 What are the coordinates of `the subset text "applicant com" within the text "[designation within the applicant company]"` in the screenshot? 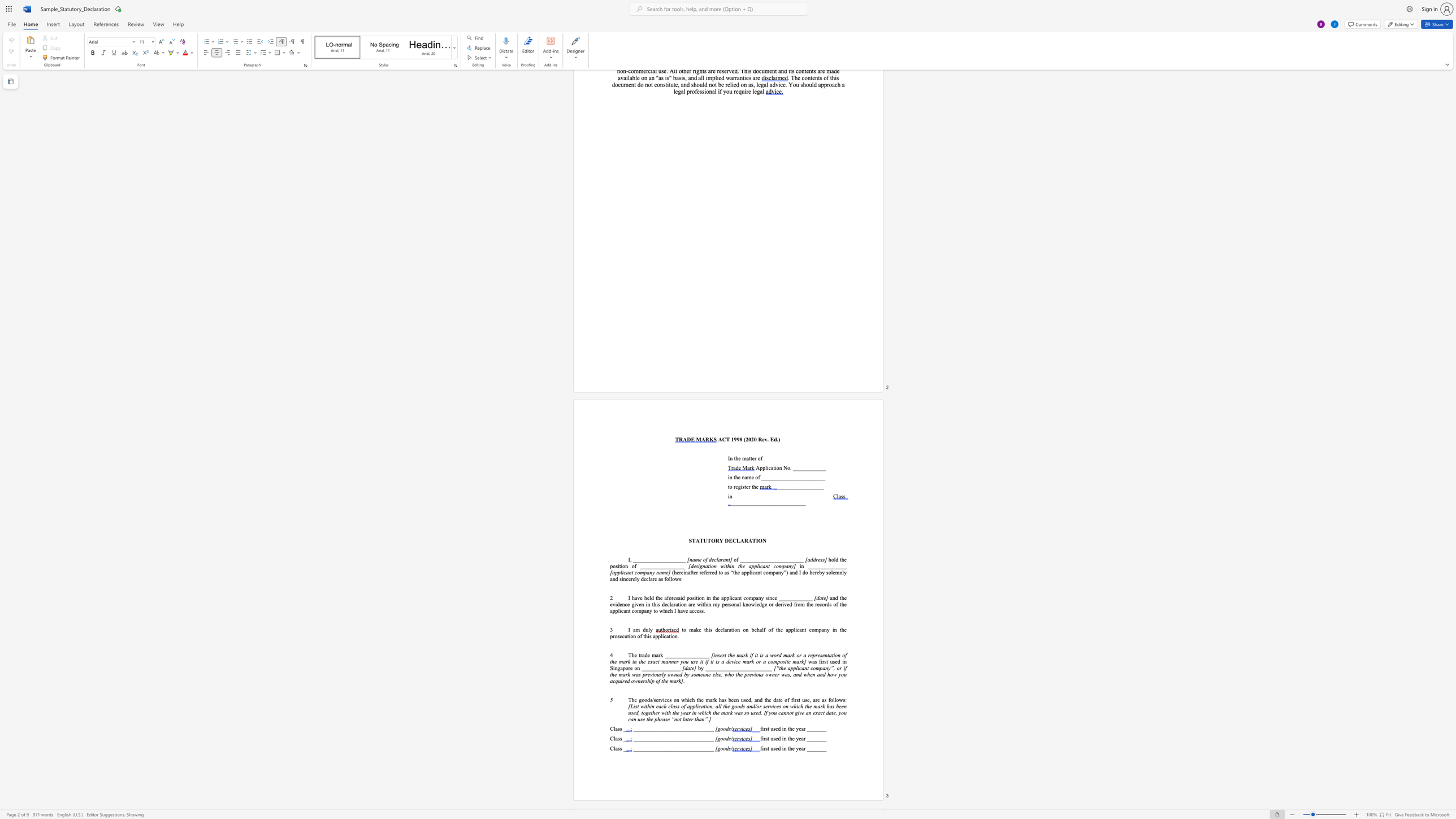 It's located at (748, 565).